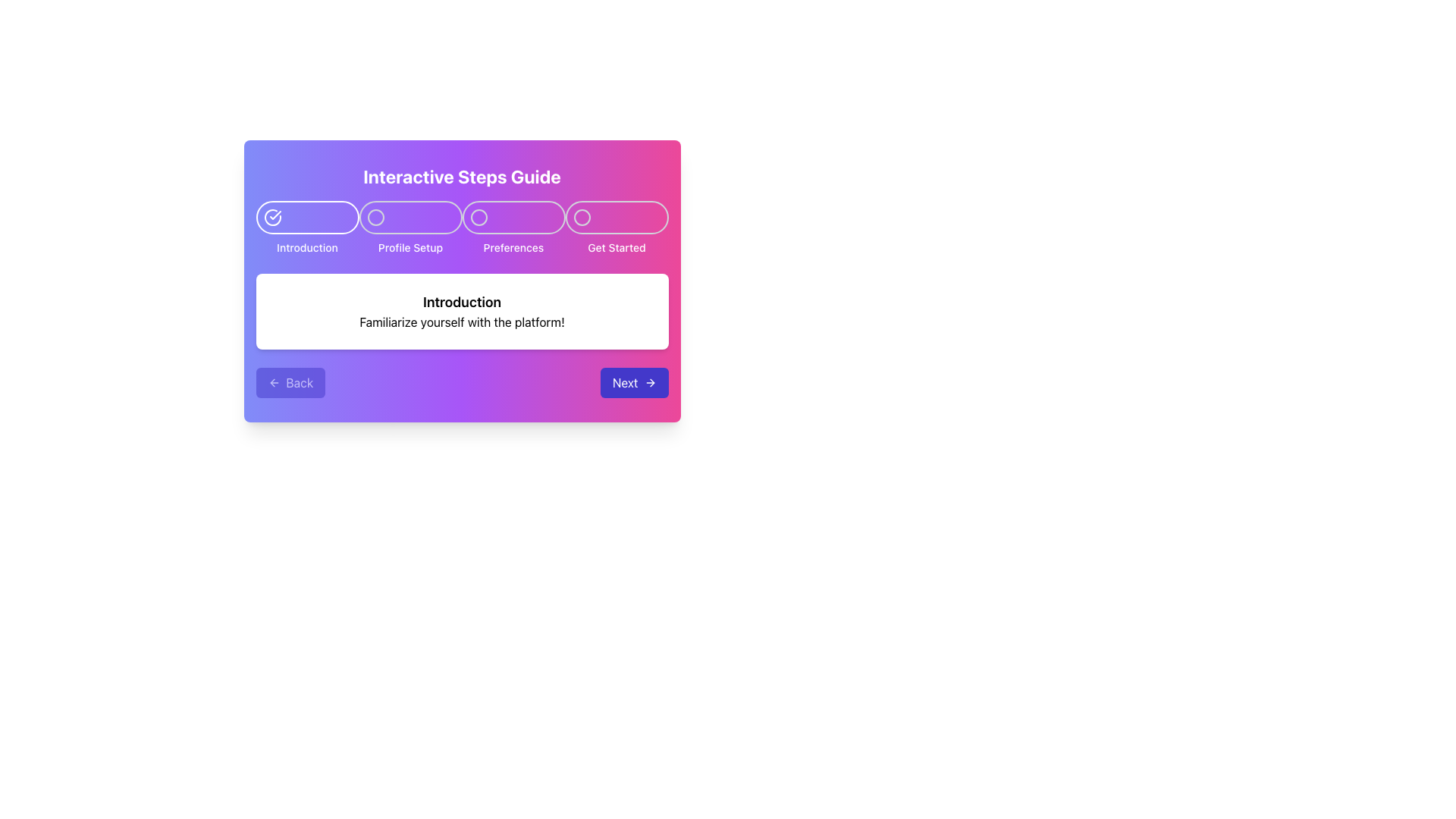 This screenshot has height=819, width=1456. Describe the element at coordinates (461, 175) in the screenshot. I see `the Text Header located at the top of the rounded box with a gradient background` at that location.